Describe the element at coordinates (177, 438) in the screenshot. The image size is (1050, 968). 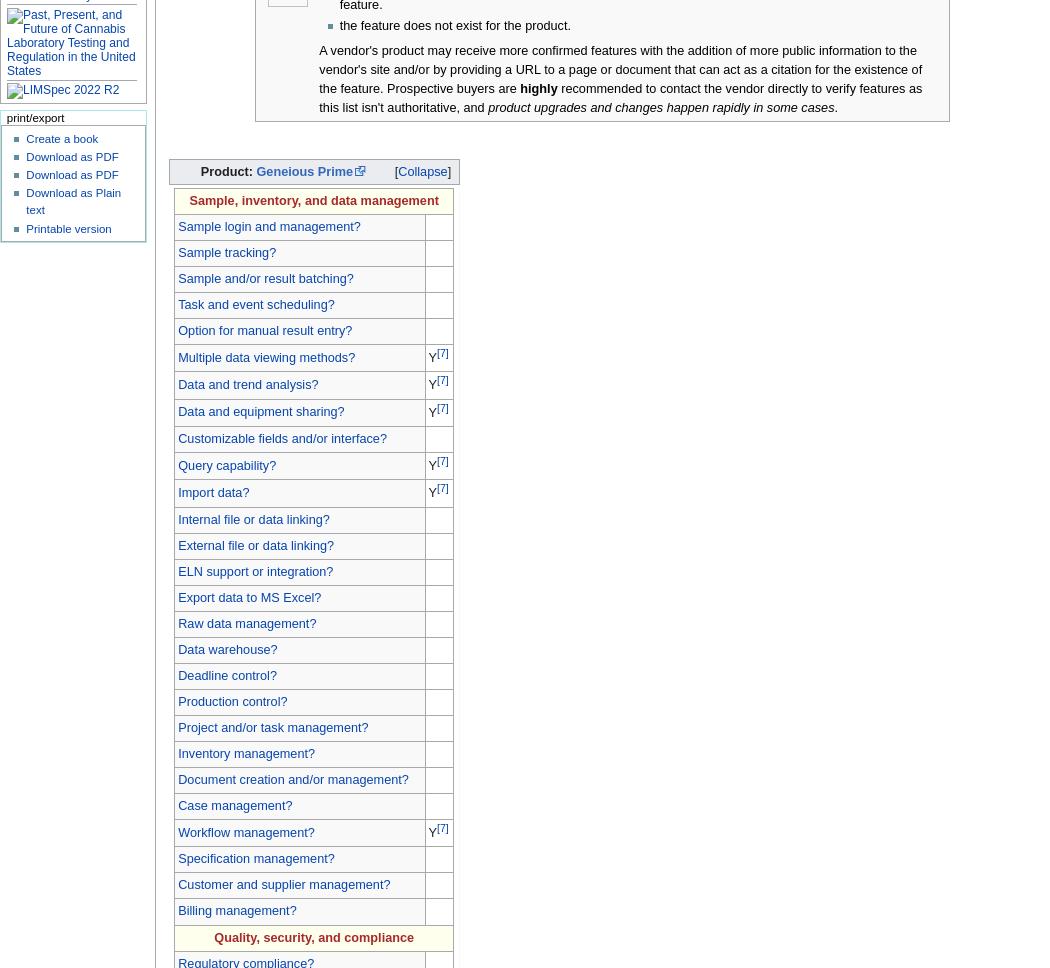
I see `'Customizable fields and/or interface?'` at that location.